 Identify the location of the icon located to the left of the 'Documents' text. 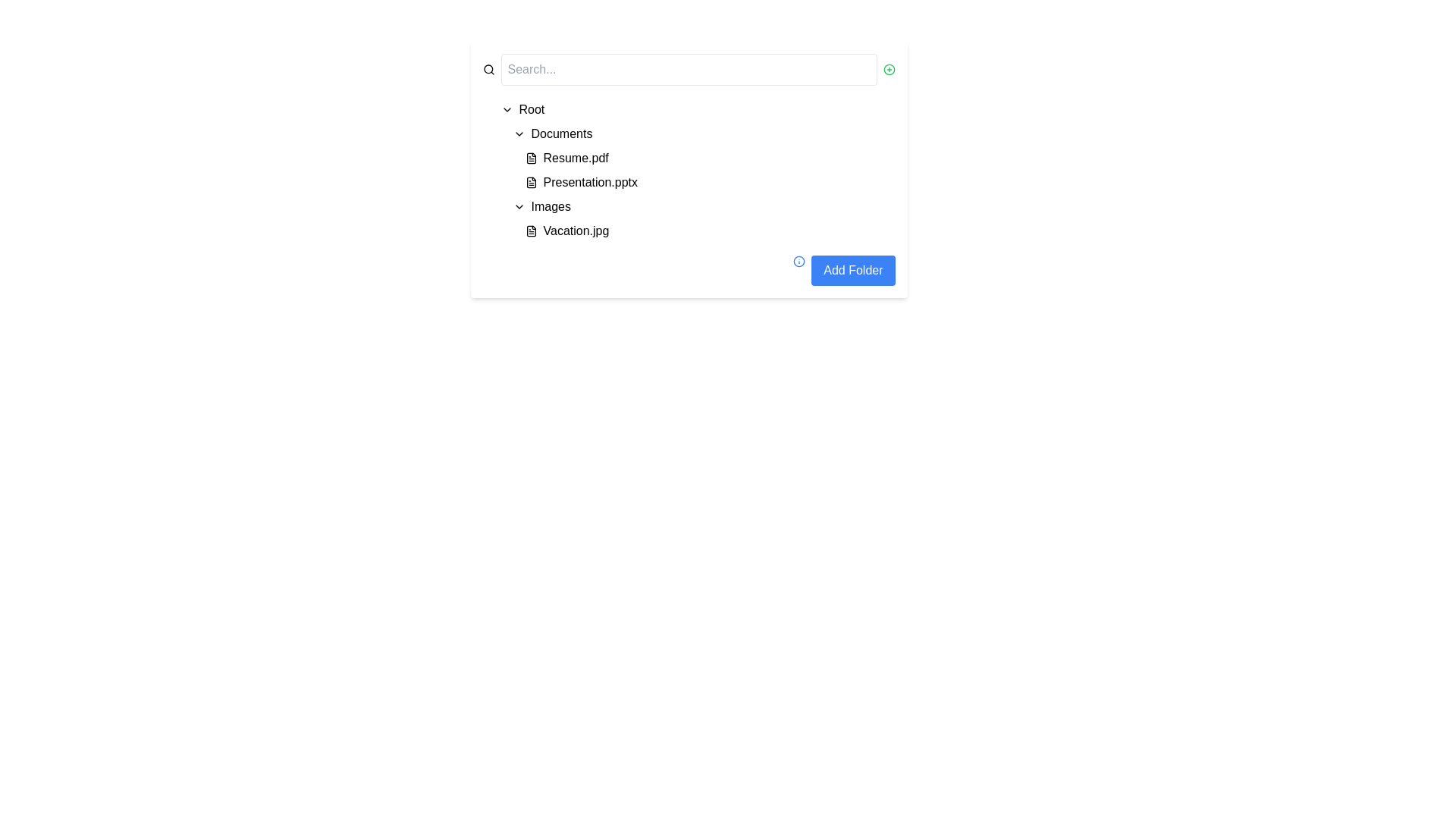
(519, 133).